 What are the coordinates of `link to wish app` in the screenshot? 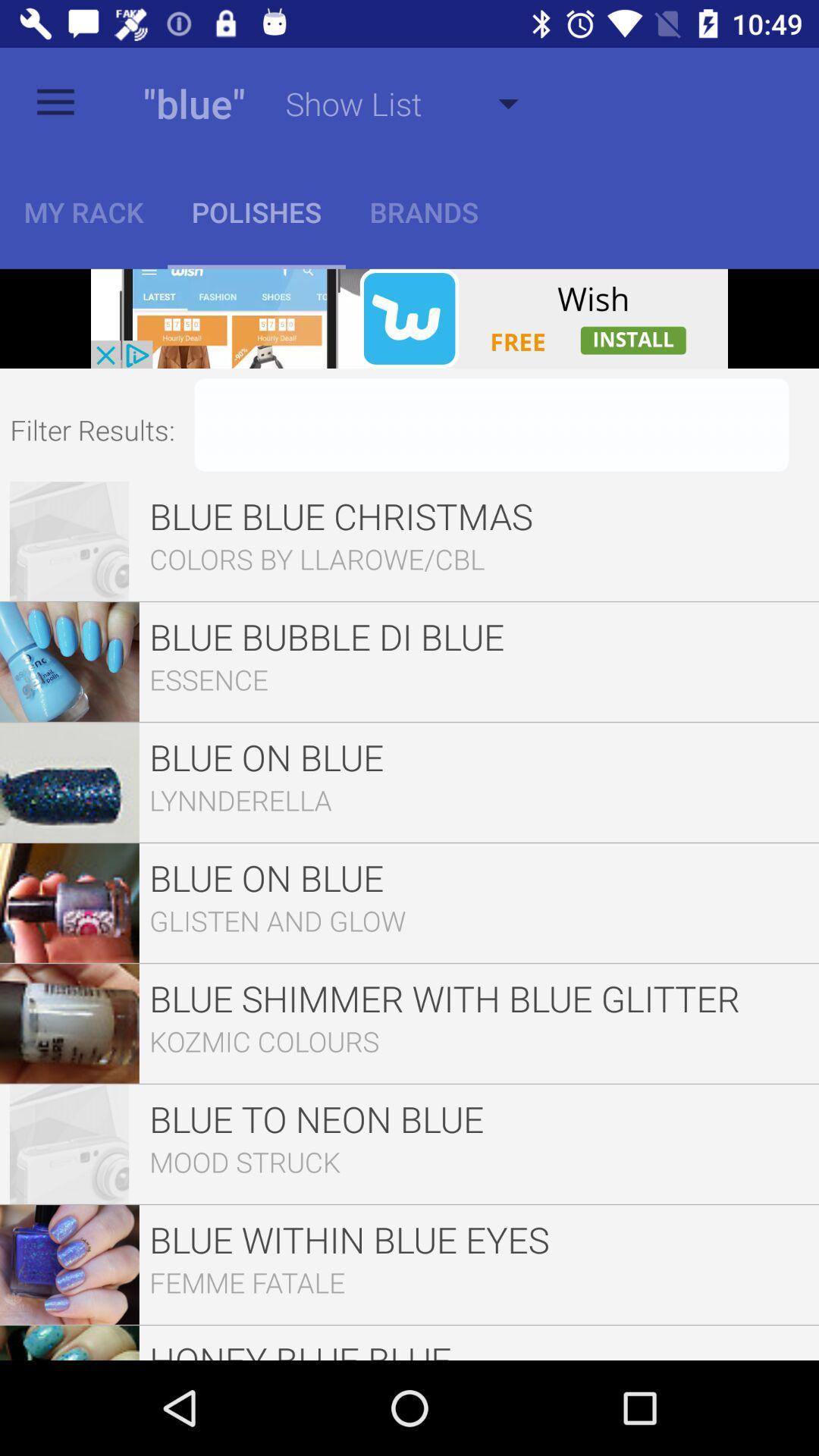 It's located at (409, 318).